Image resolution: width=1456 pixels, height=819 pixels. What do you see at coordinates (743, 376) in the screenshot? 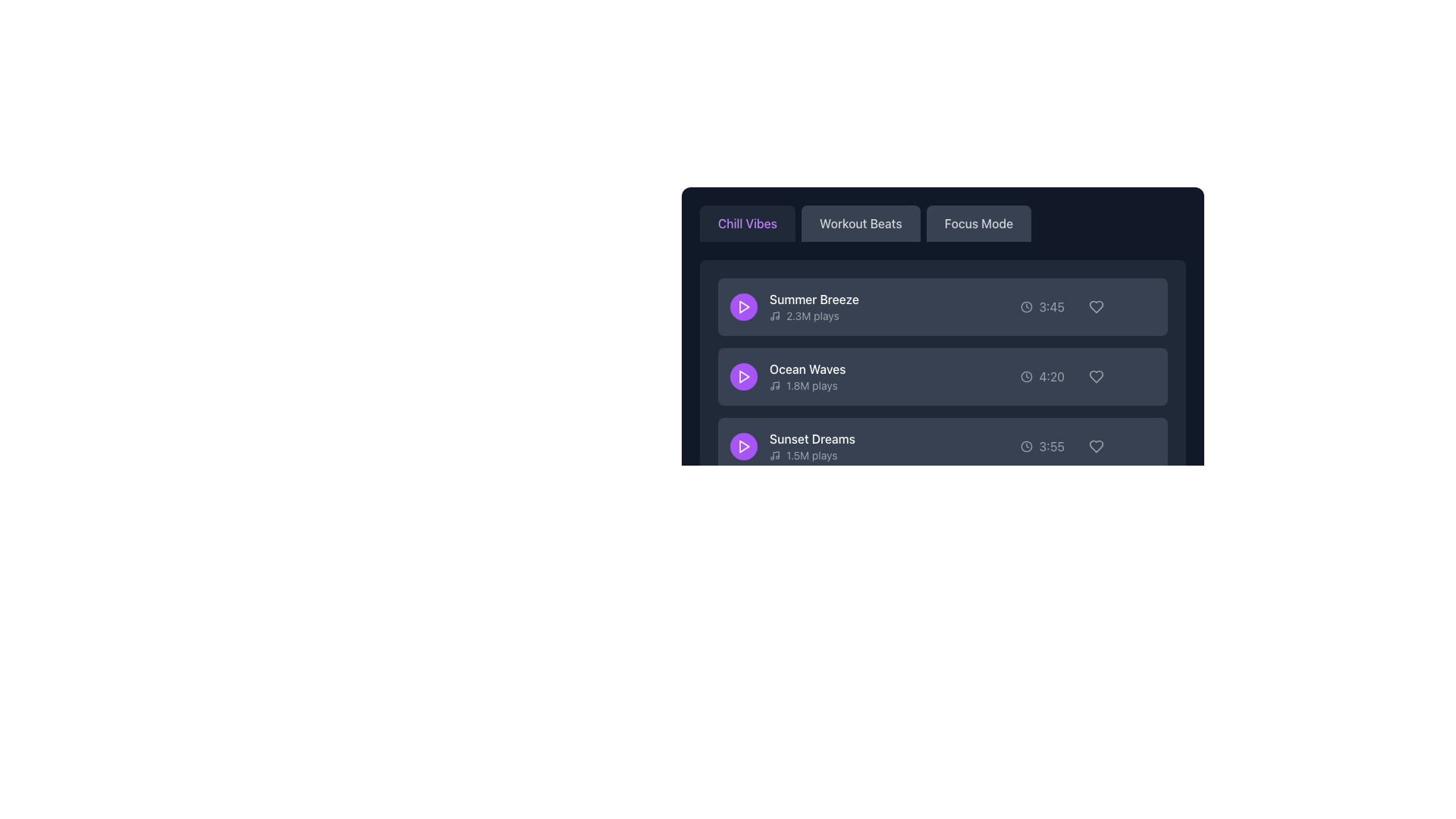
I see `the play button located in the second row of the playlist interface, to the left of the text 'Ocean Waves', to initiate playback for the track titled 'Ocean Waves'` at bounding box center [743, 376].